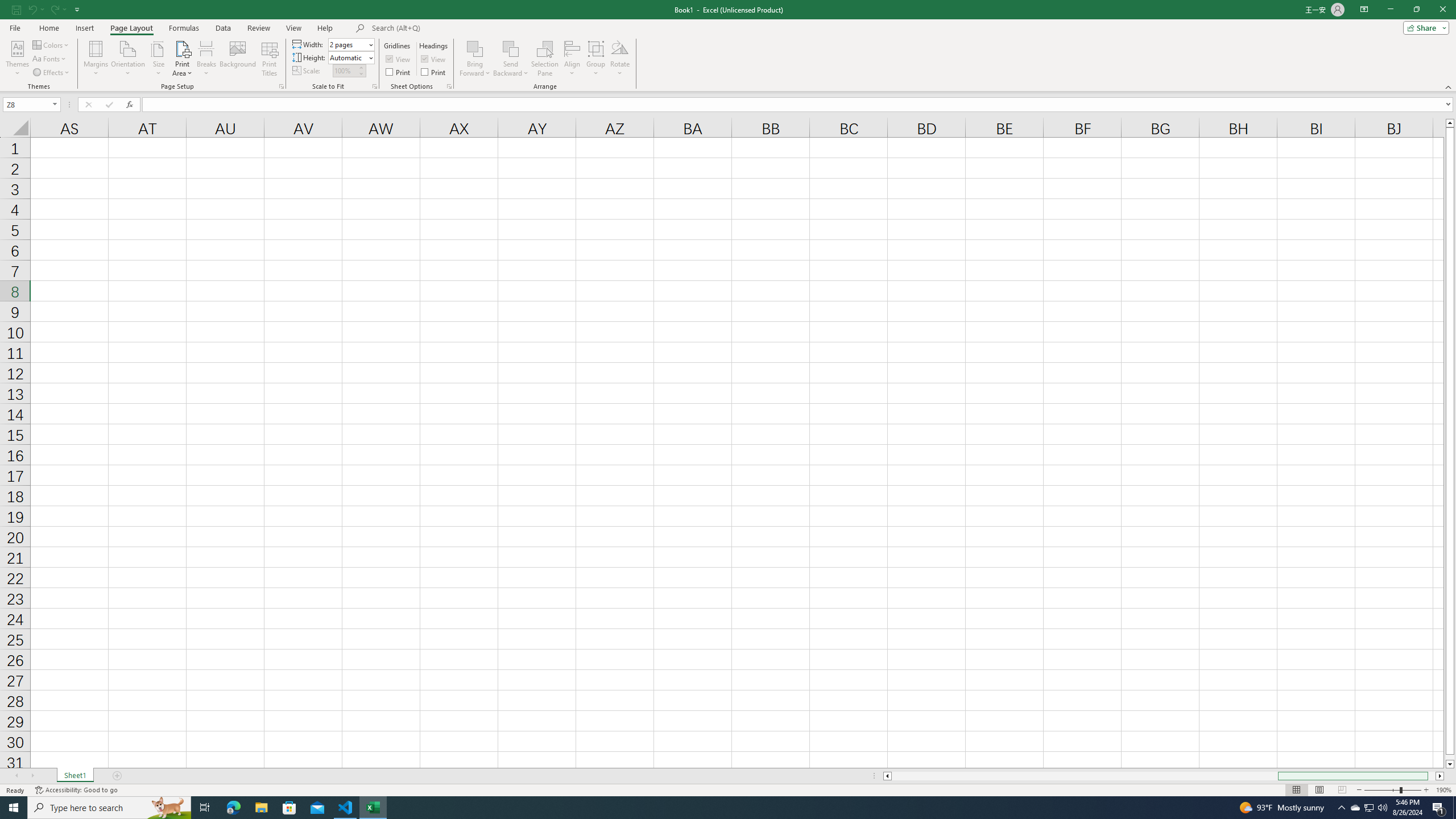 This screenshot has width=1456, height=819. What do you see at coordinates (77, 9) in the screenshot?
I see `'Customize Quick Access Toolbar'` at bounding box center [77, 9].